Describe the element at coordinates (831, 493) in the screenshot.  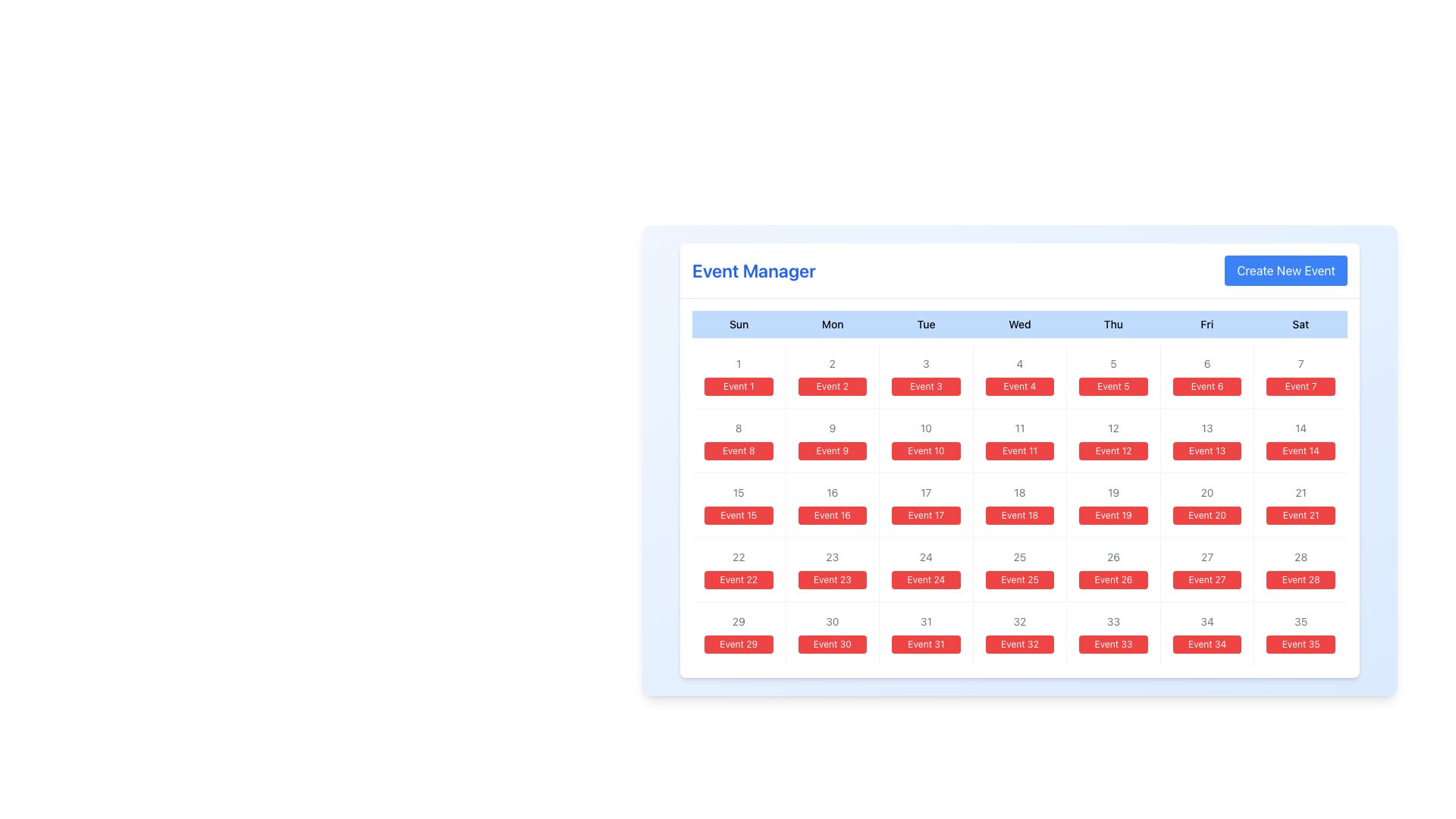
I see `the static text label displaying the number '16' in gray, located in the upper part of the calendar cell for the day marked as '16', which is positioned in the fourth row and second column under 'Mon'` at that location.